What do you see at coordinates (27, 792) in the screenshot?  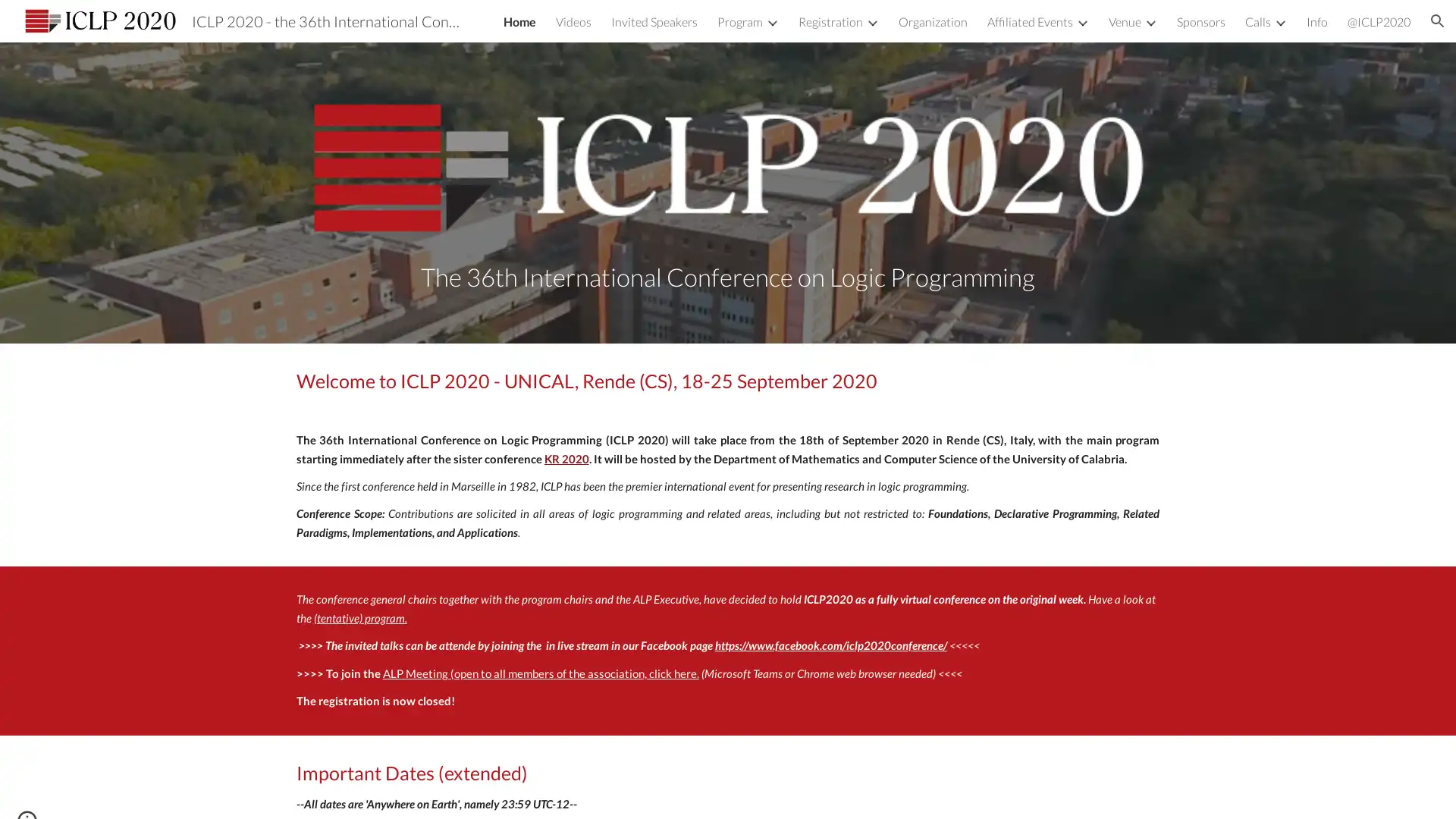 I see `Site actions` at bounding box center [27, 792].